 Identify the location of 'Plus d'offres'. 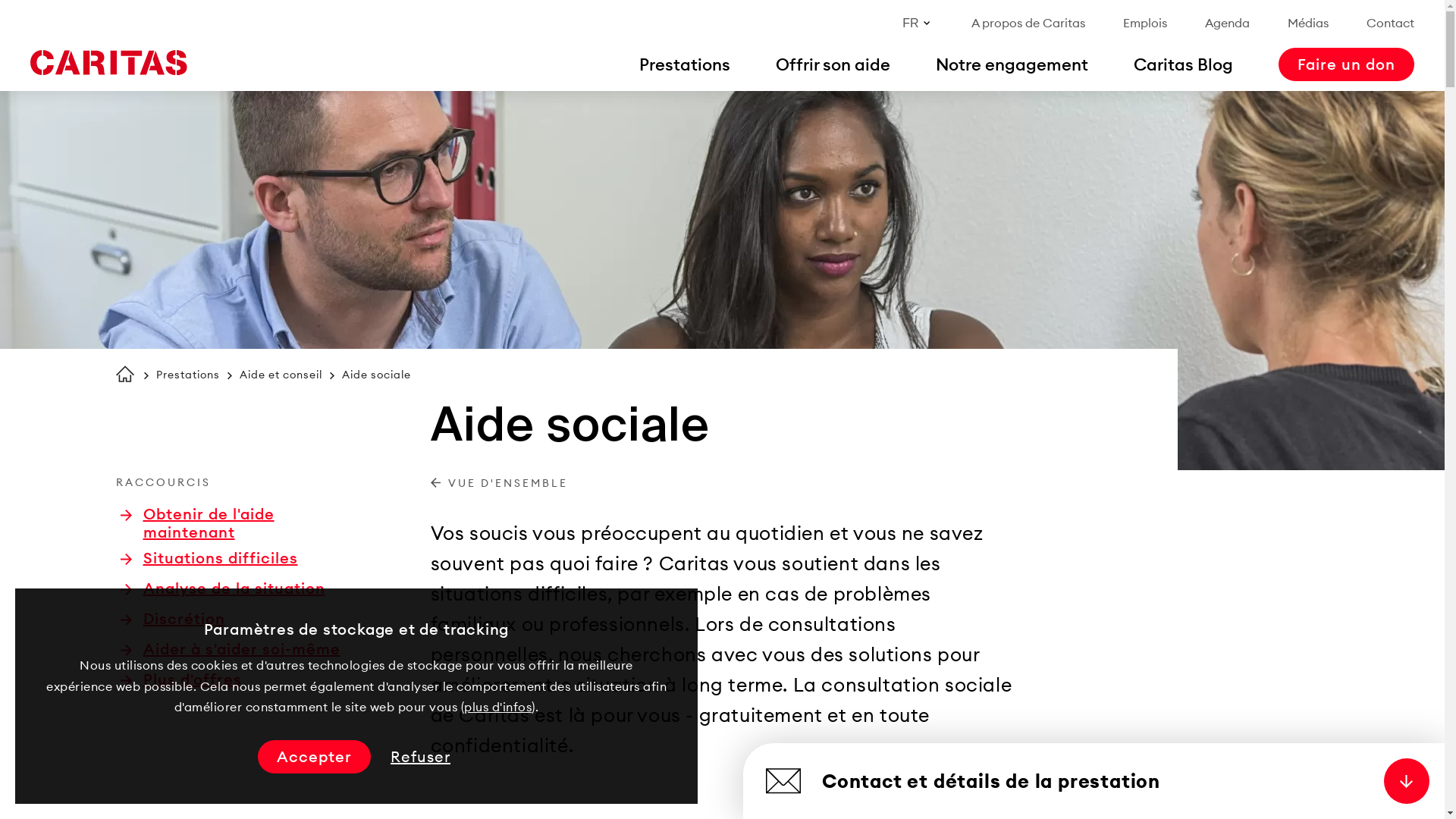
(180, 678).